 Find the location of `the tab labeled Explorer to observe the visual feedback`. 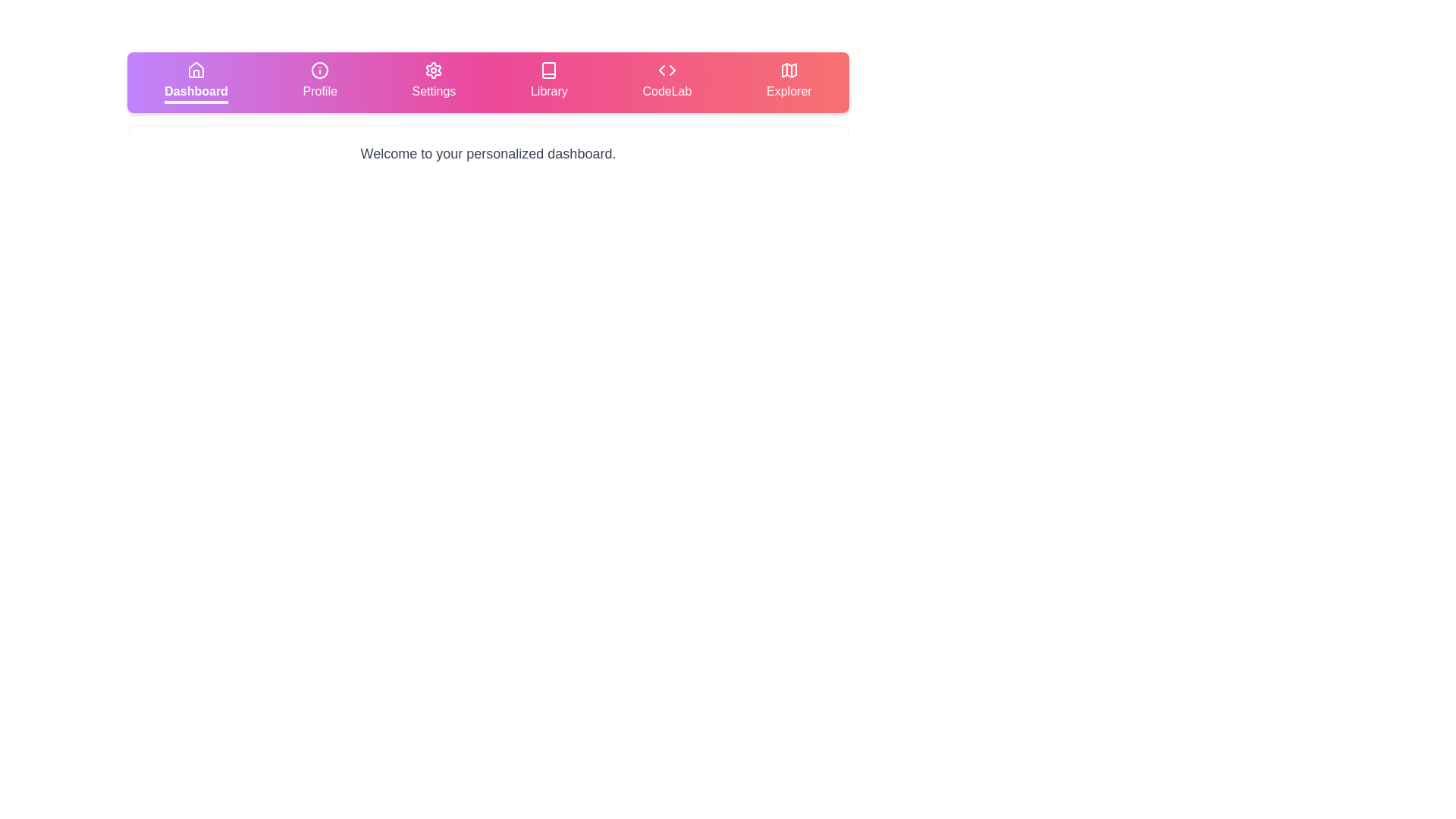

the tab labeled Explorer to observe the visual feedback is located at coordinates (789, 82).